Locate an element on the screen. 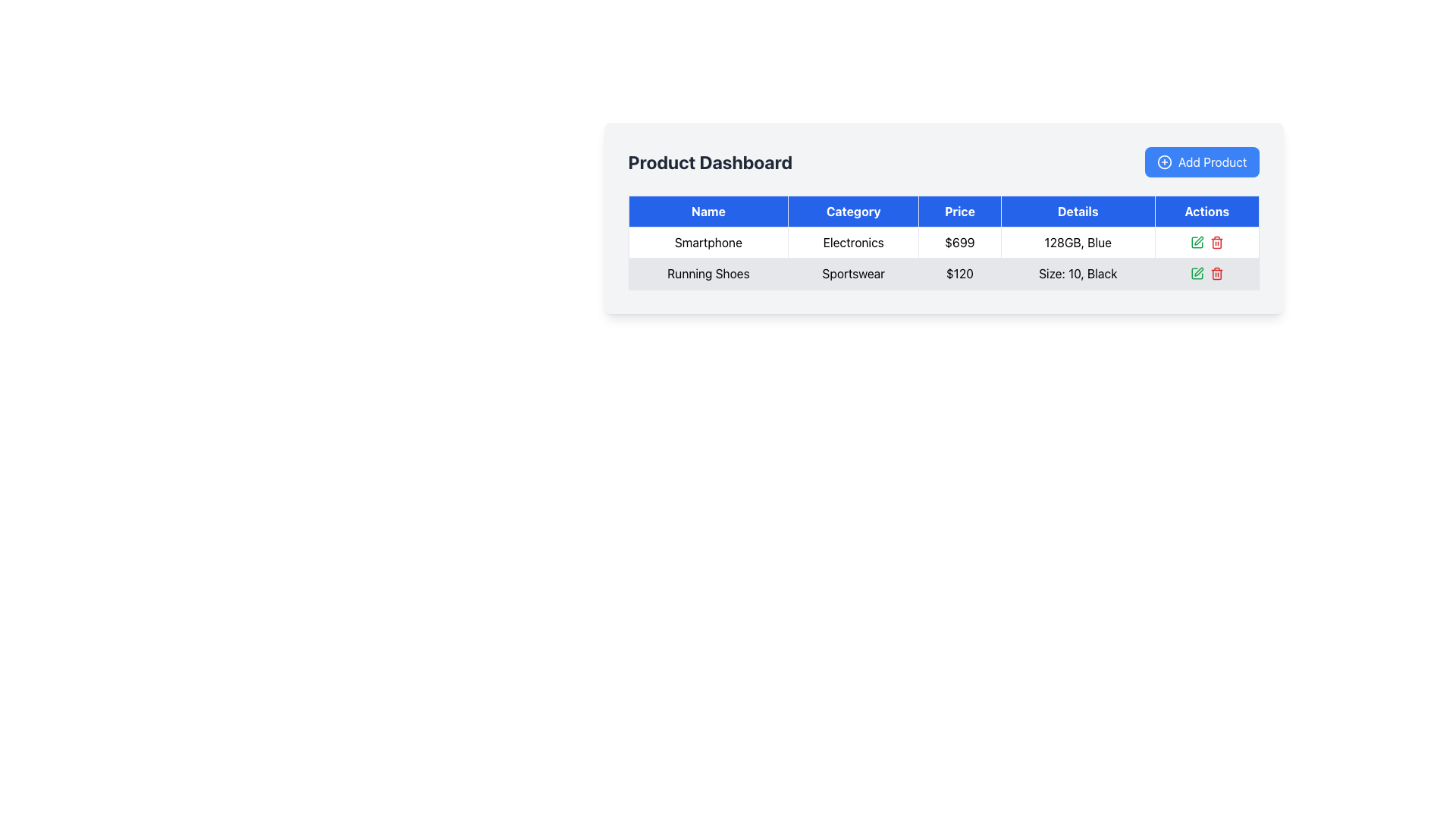 Image resolution: width=1456 pixels, height=819 pixels. the price display of the smartphone, which shows '$699' in the second column of the product dashboard table is located at coordinates (943, 242).